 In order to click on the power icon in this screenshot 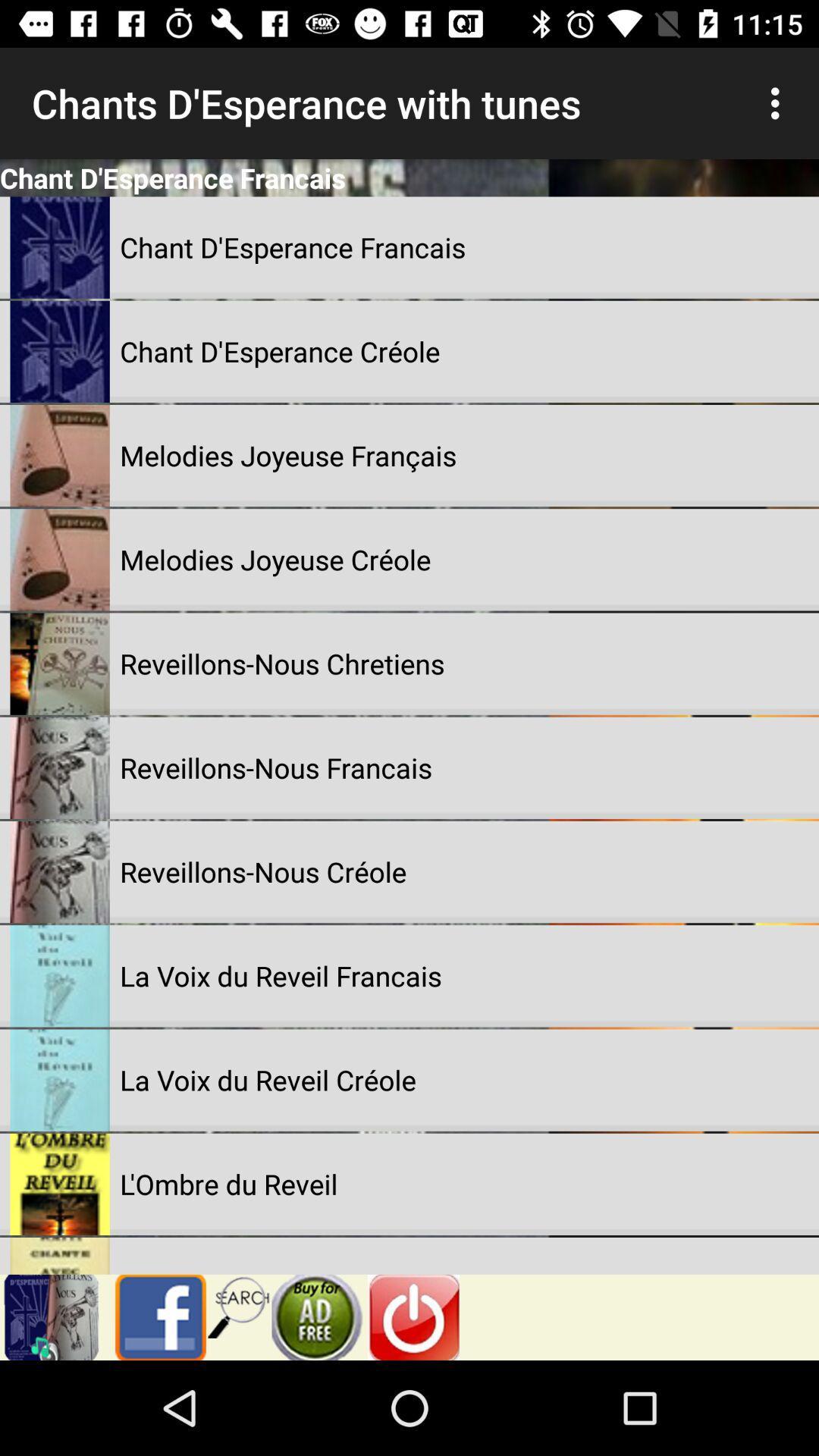, I will do `click(413, 1316)`.